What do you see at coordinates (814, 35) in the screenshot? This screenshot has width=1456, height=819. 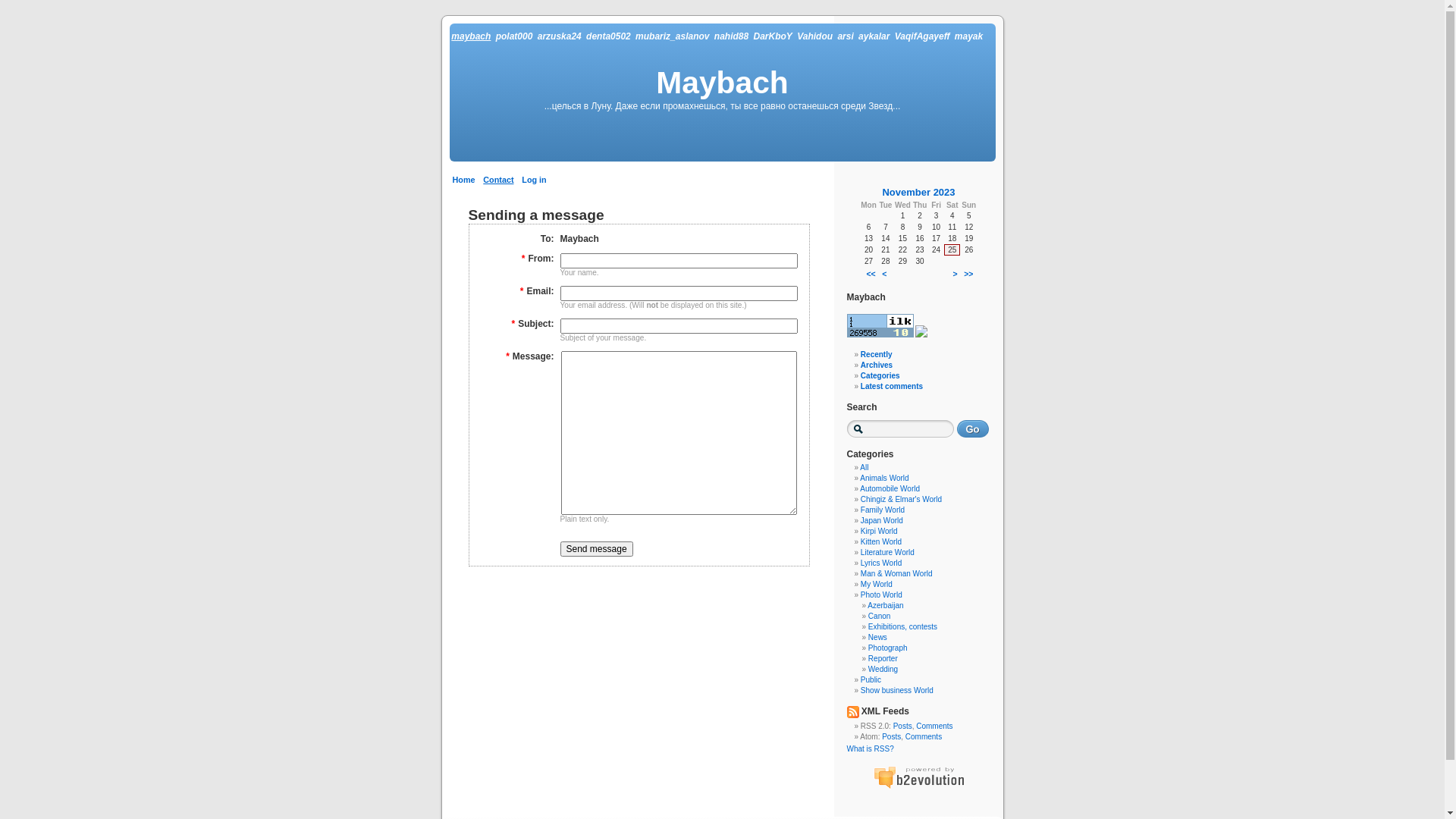 I see `'Vahidou'` at bounding box center [814, 35].